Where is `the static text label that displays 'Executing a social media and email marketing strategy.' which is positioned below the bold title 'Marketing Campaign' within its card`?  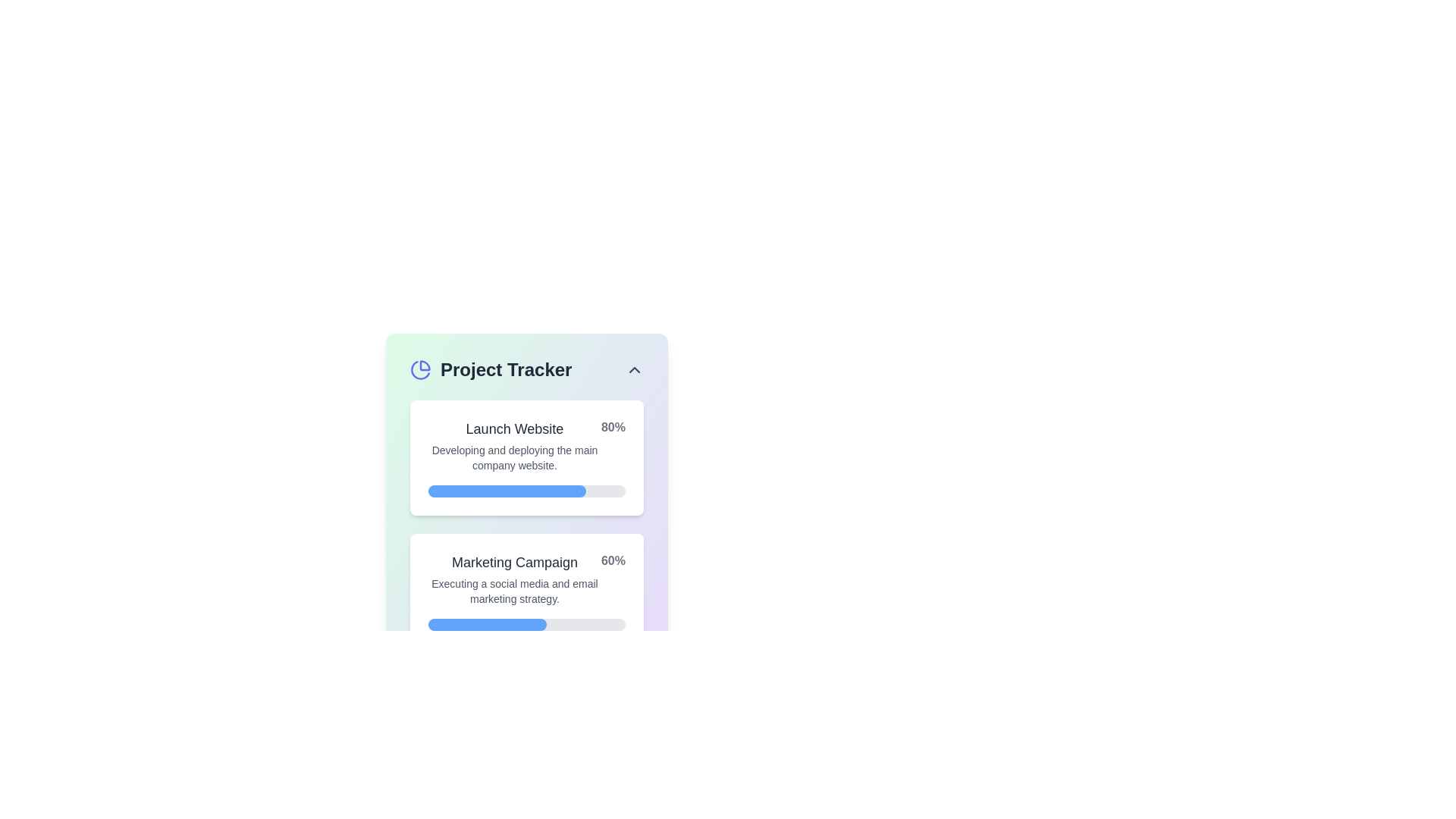 the static text label that displays 'Executing a social media and email marketing strategy.' which is positioned below the bold title 'Marketing Campaign' within its card is located at coordinates (514, 590).